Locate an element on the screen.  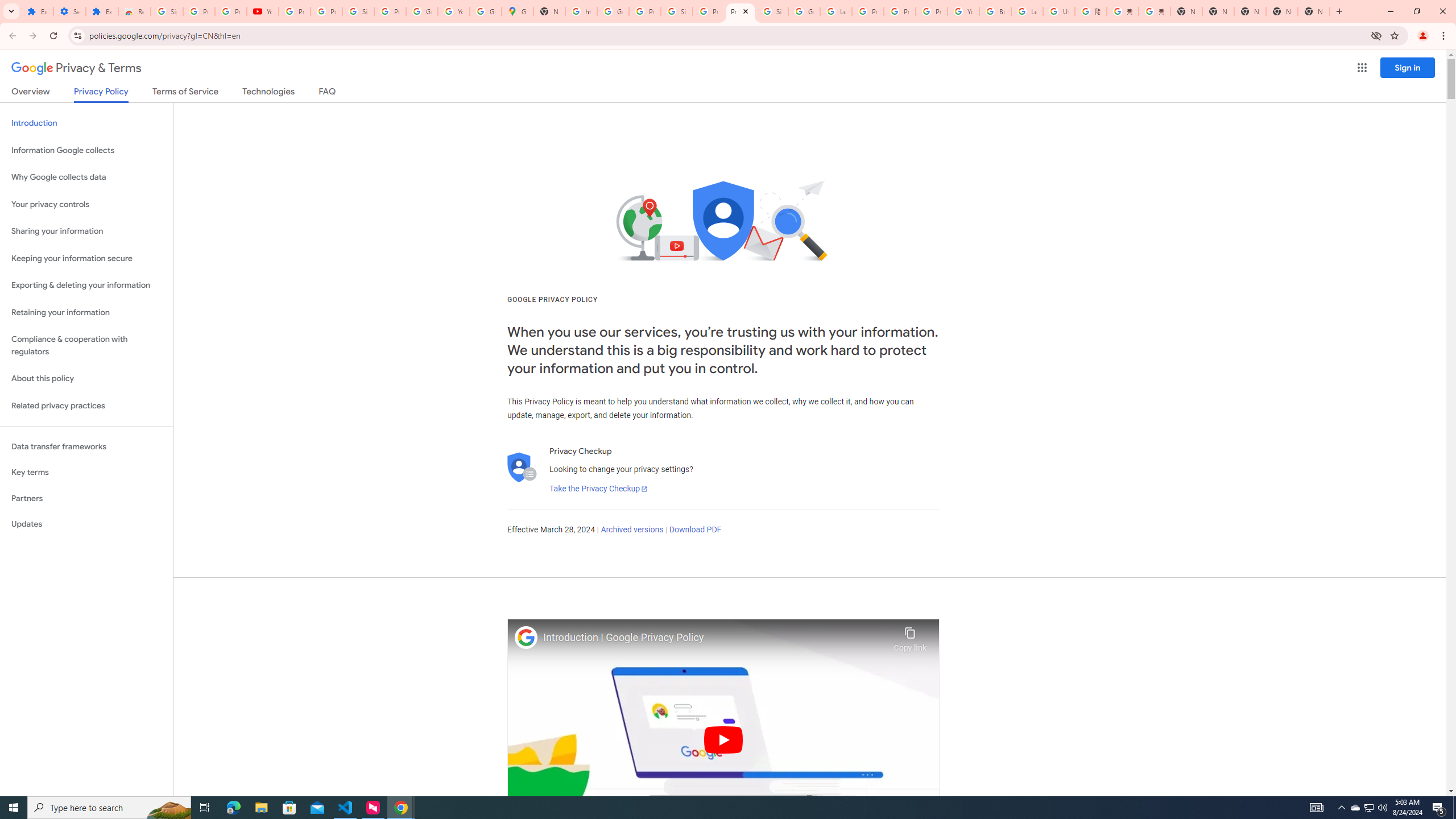
'Related privacy practices' is located at coordinates (86, 405).